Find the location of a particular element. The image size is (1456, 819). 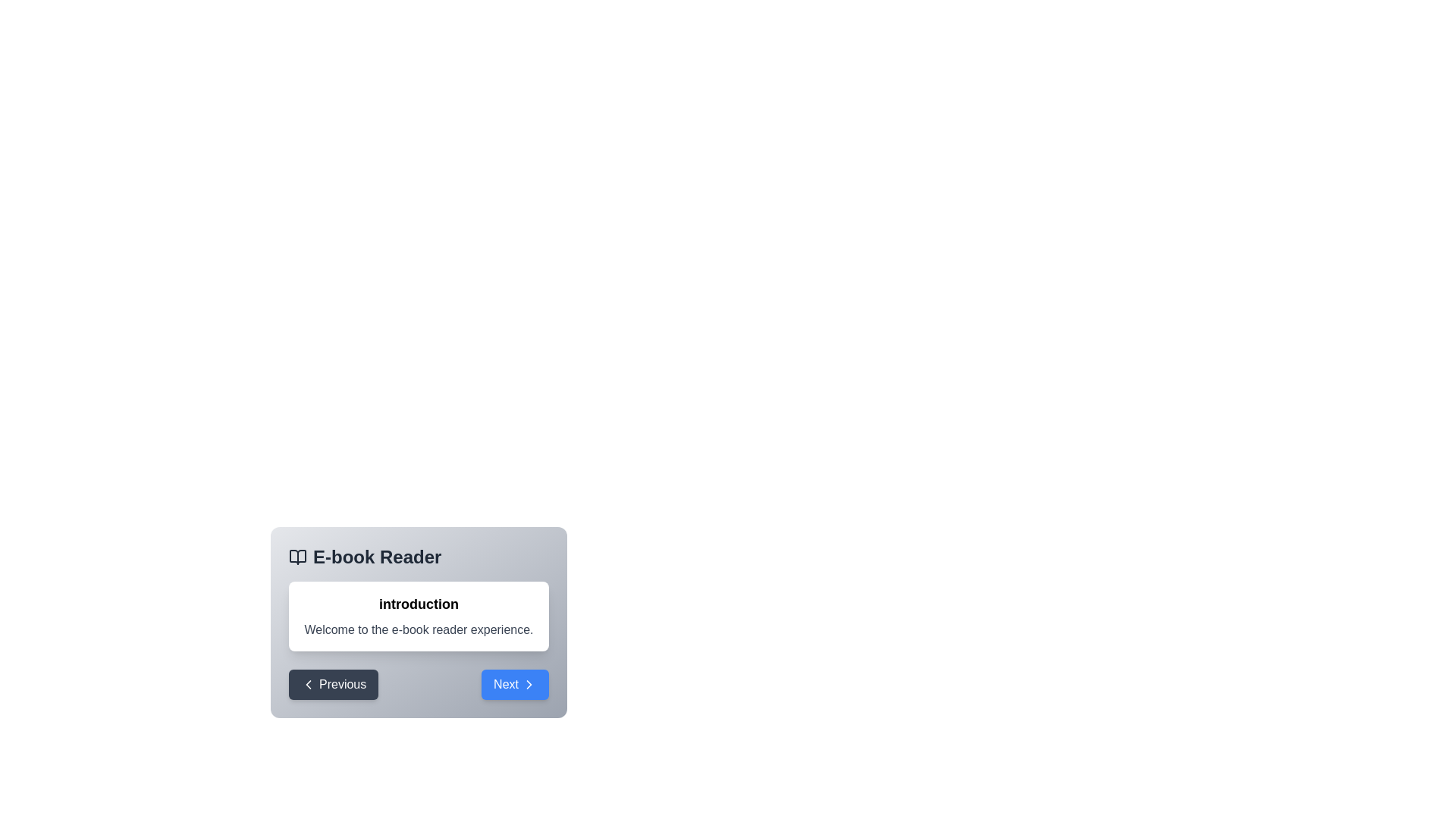

the forward navigation icon located within the 'Next' button at the bottom-right of the 'E-book Reader' dialog box is located at coordinates (529, 684).